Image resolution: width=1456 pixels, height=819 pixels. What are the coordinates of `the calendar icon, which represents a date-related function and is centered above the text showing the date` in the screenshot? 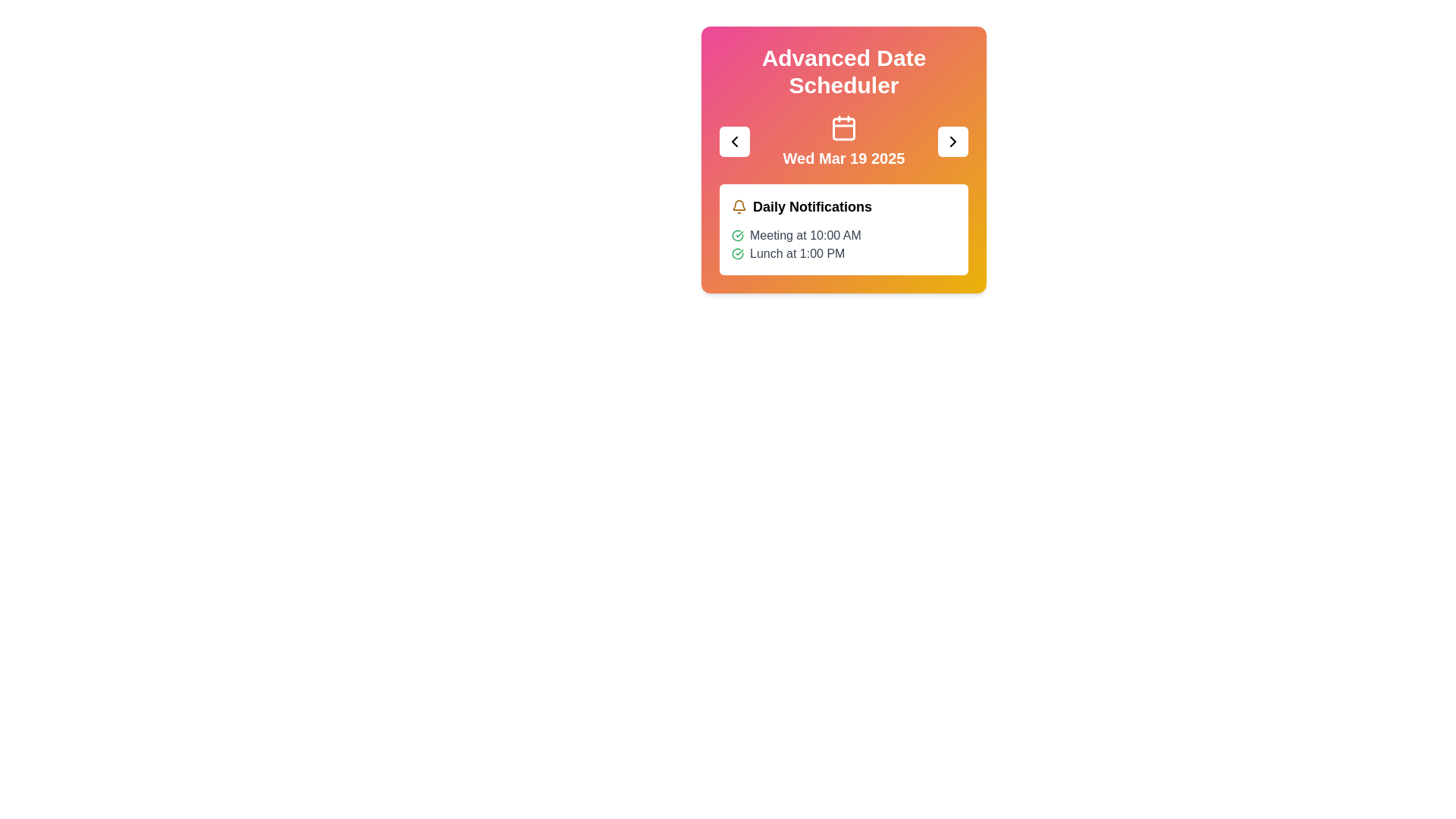 It's located at (843, 127).